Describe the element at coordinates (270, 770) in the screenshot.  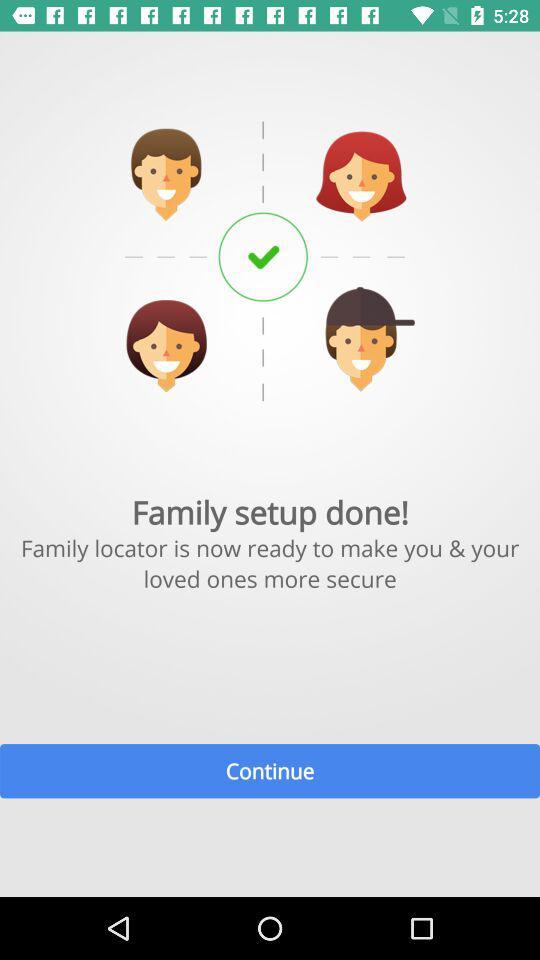
I see `the continue item` at that location.